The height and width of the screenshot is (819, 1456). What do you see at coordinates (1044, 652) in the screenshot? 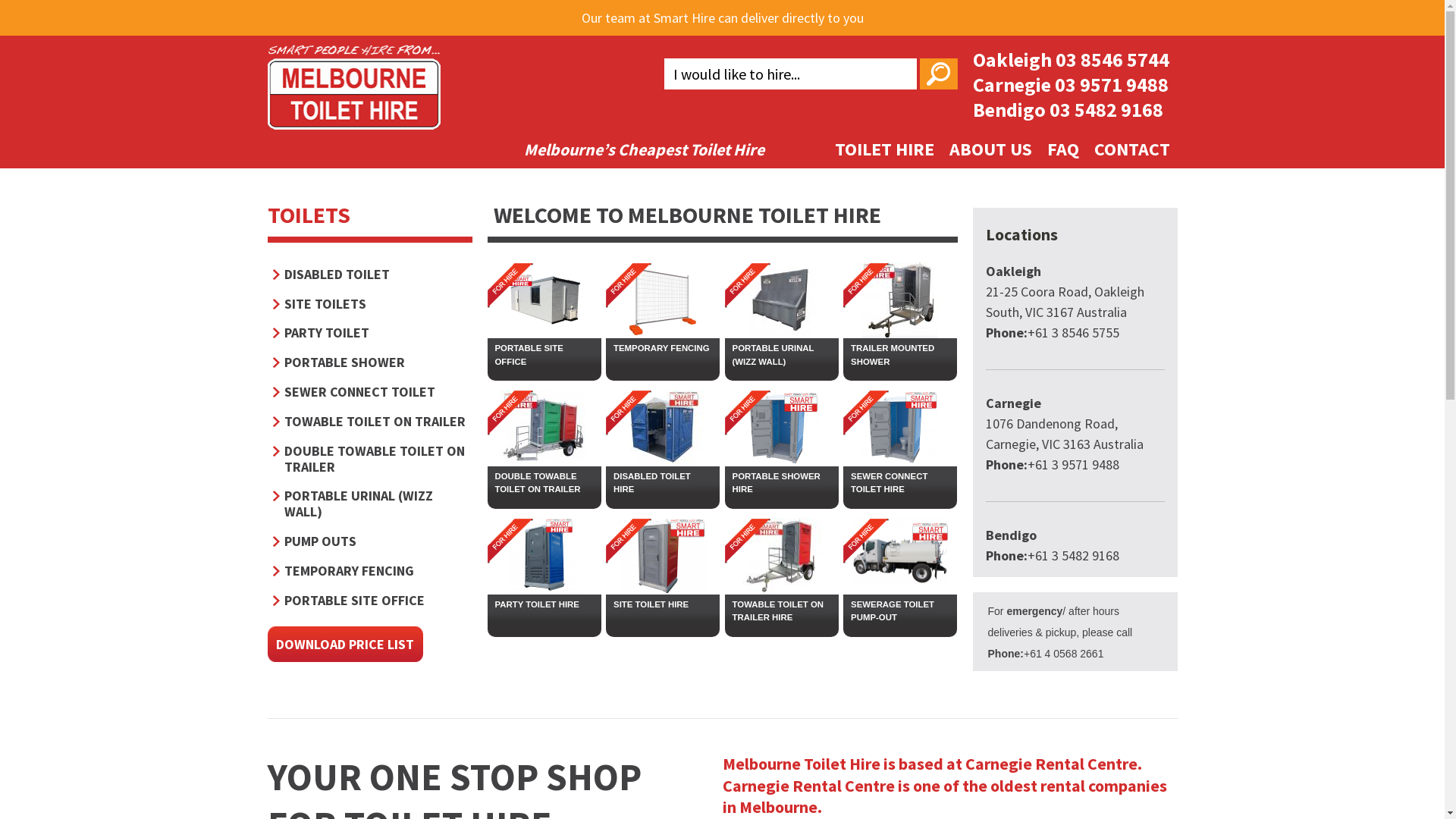
I see `'Phone:+61 4 0568 2661'` at bounding box center [1044, 652].